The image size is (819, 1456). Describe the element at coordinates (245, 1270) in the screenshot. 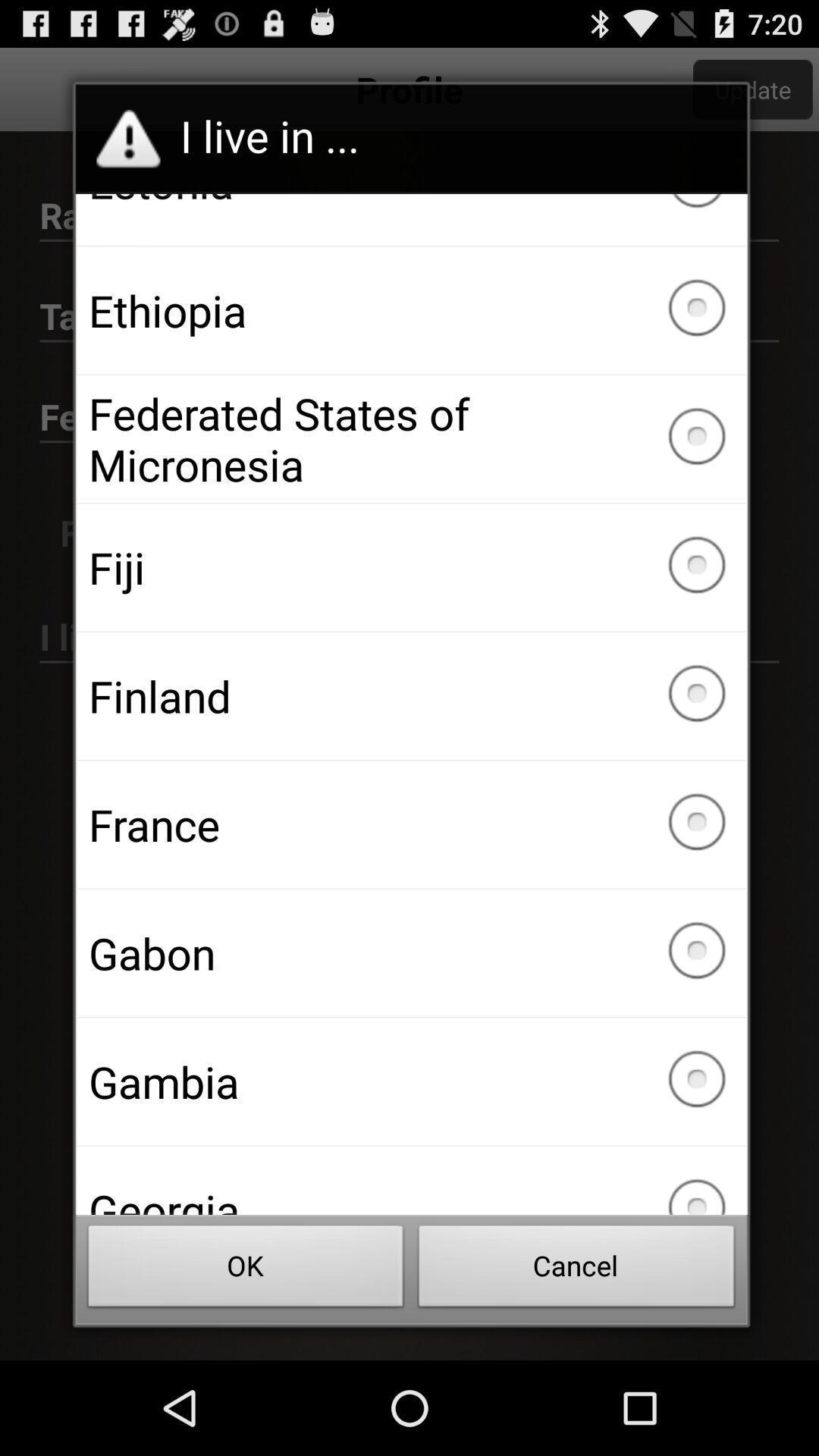

I see `icon below georgia` at that location.